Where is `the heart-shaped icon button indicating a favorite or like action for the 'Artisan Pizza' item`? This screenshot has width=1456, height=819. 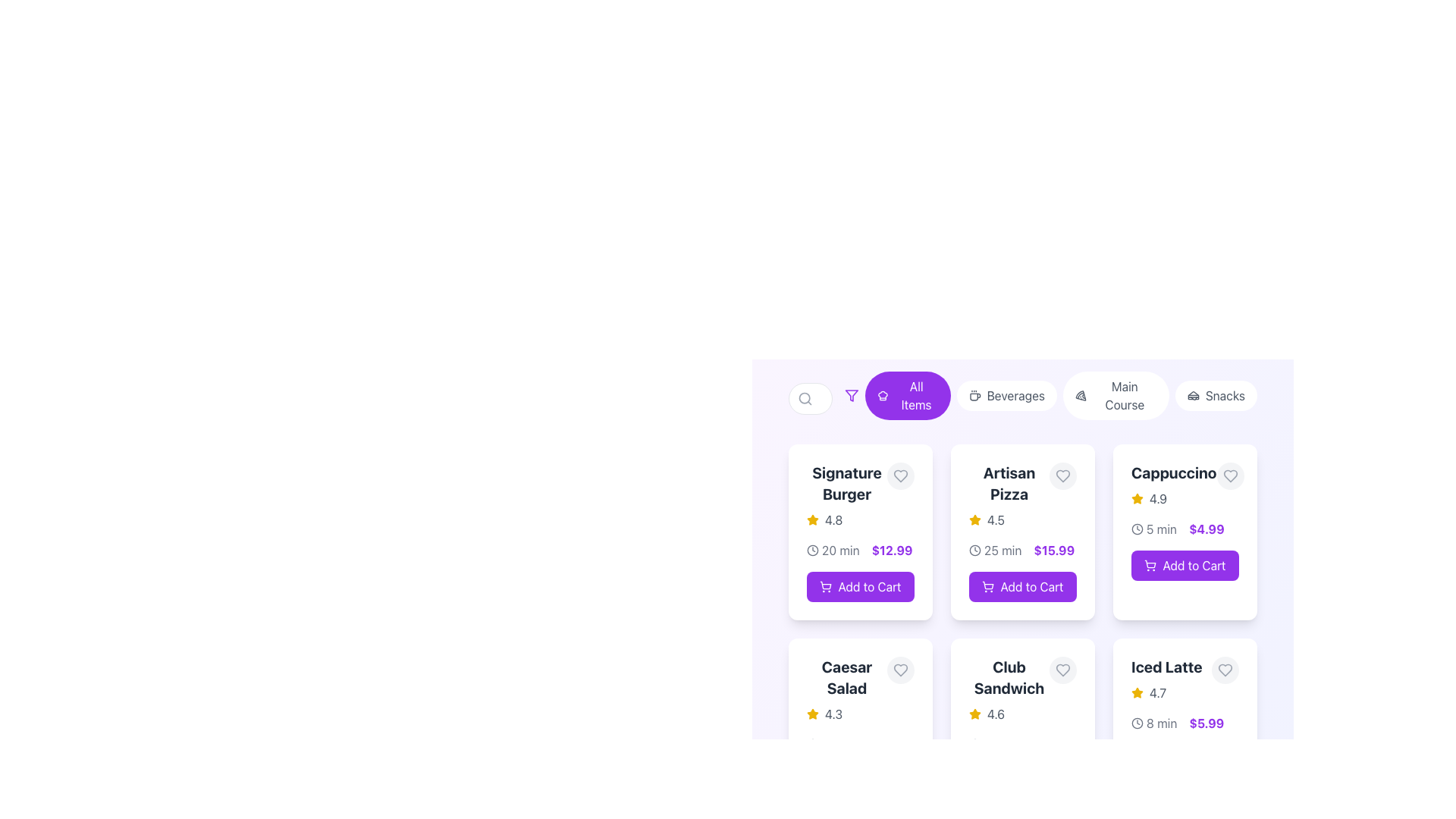
the heart-shaped icon button indicating a favorite or like action for the 'Artisan Pizza' item is located at coordinates (1062, 475).